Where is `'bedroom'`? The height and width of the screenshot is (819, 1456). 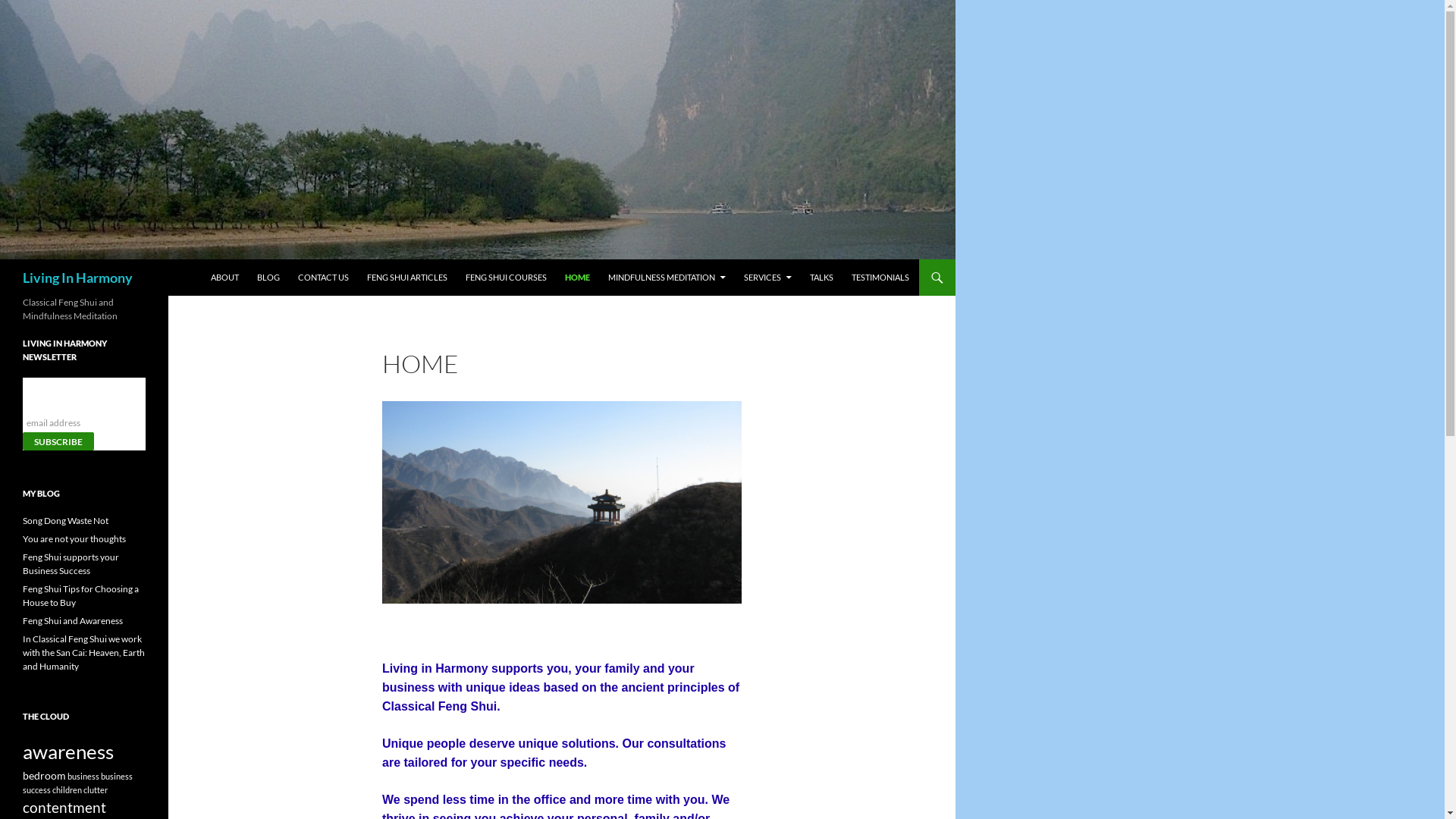
'bedroom' is located at coordinates (44, 775).